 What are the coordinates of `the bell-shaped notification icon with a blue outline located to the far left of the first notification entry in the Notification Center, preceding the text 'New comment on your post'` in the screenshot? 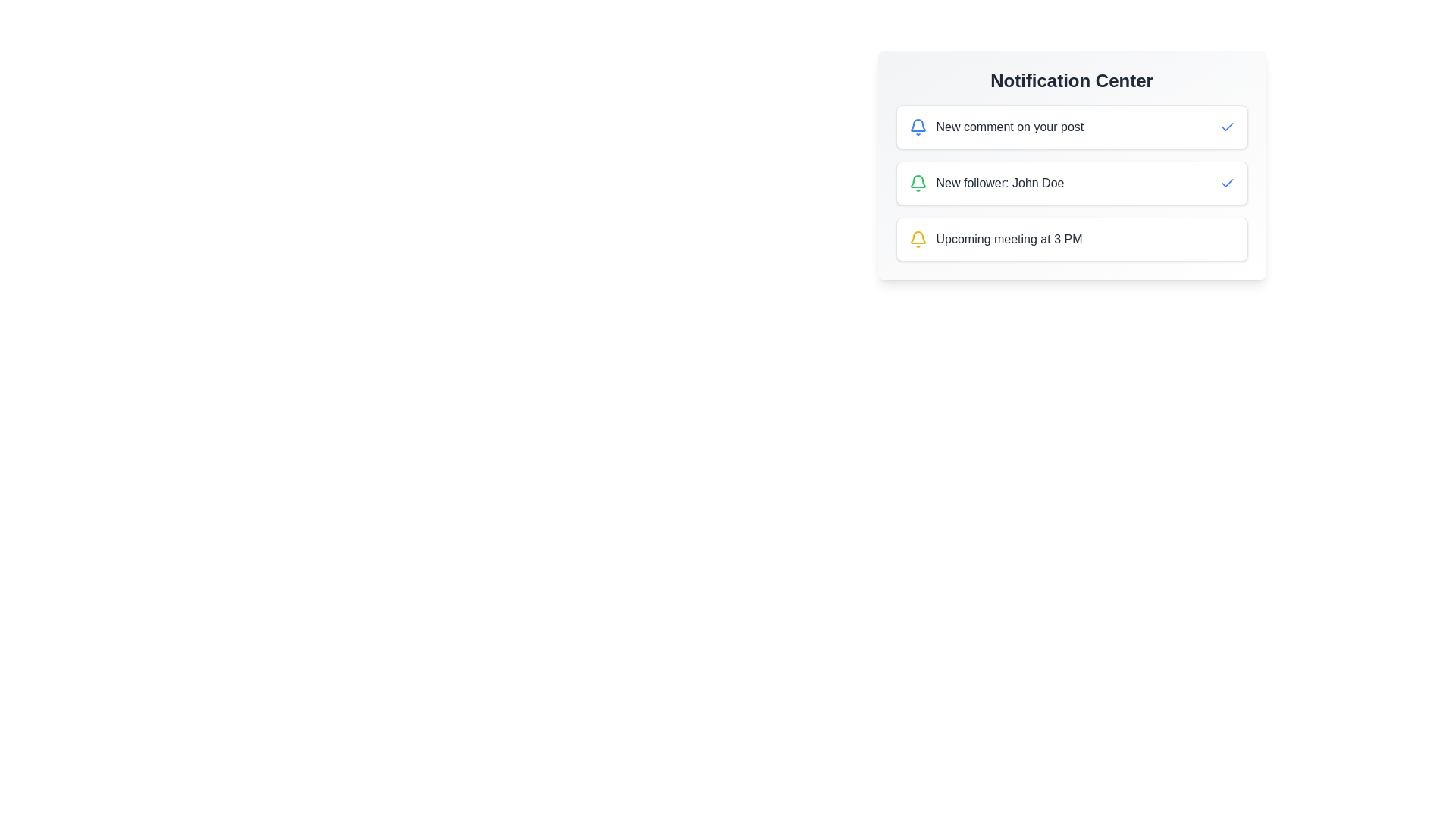 It's located at (917, 127).